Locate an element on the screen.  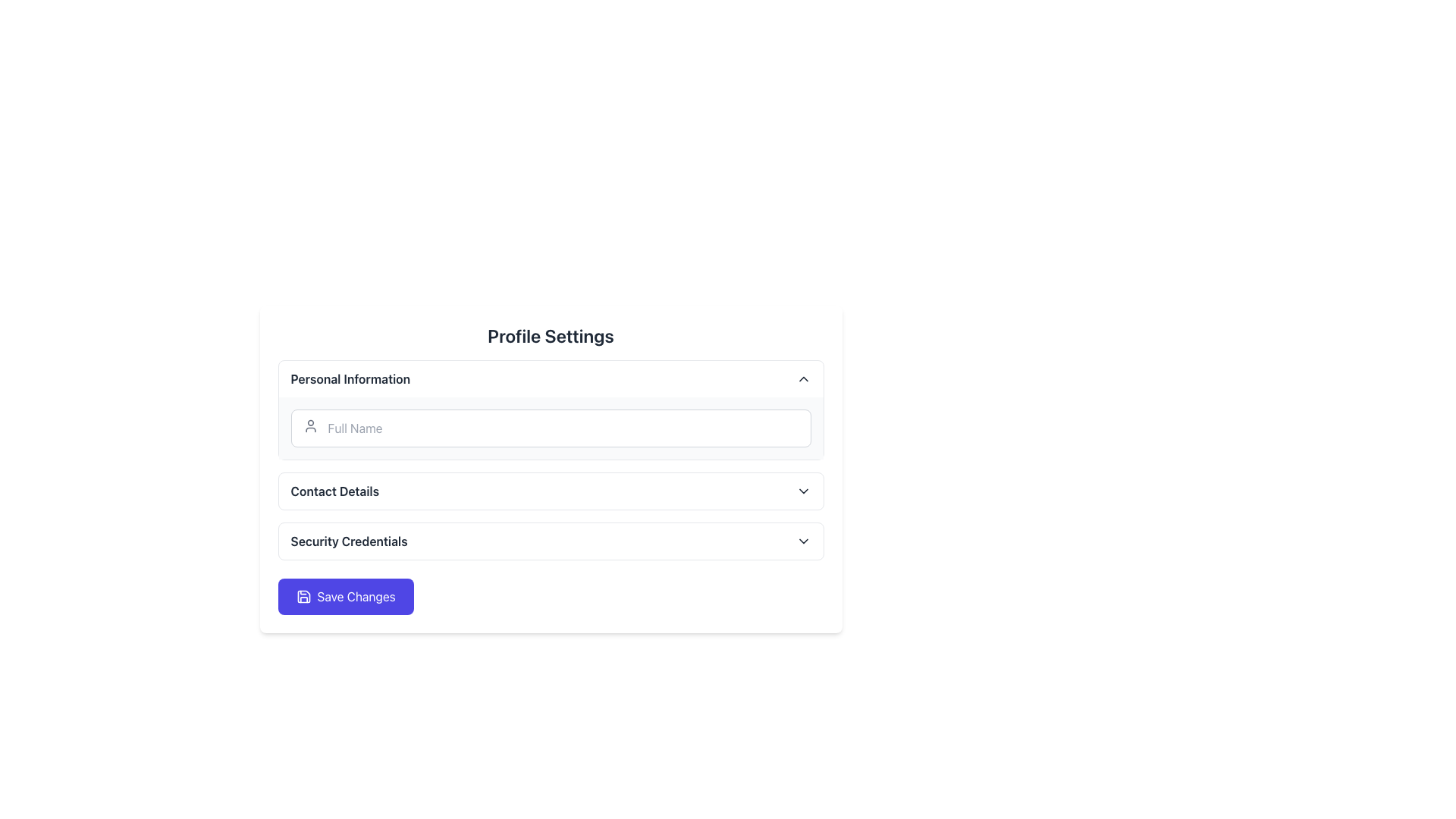
the 'Save Changes' button located at the bottom of the 'Profile Settings' form to confirm and submit updates is located at coordinates (345, 595).